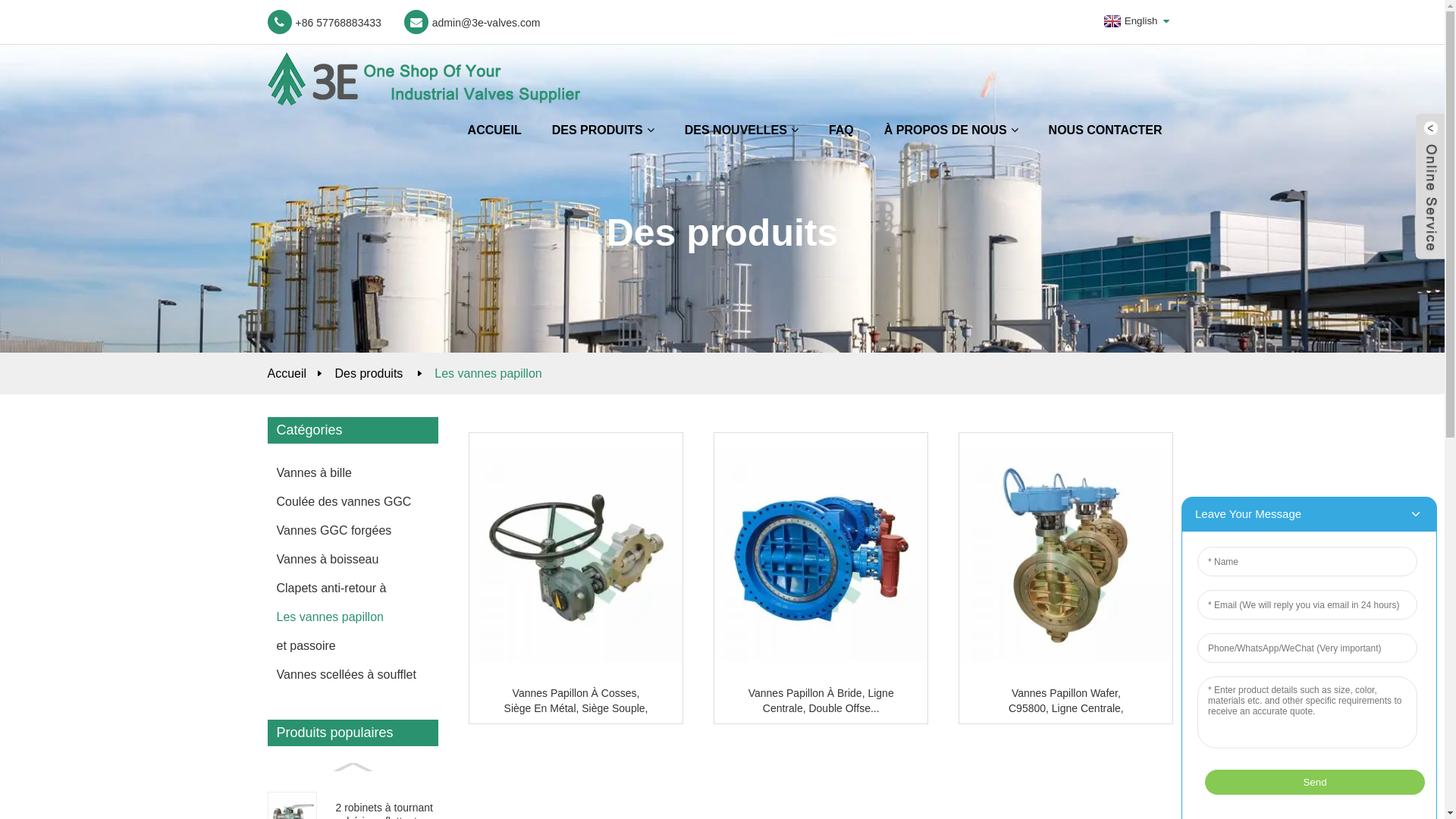 The height and width of the screenshot is (819, 1456). I want to click on 'Les vannes papillon', so click(488, 373).